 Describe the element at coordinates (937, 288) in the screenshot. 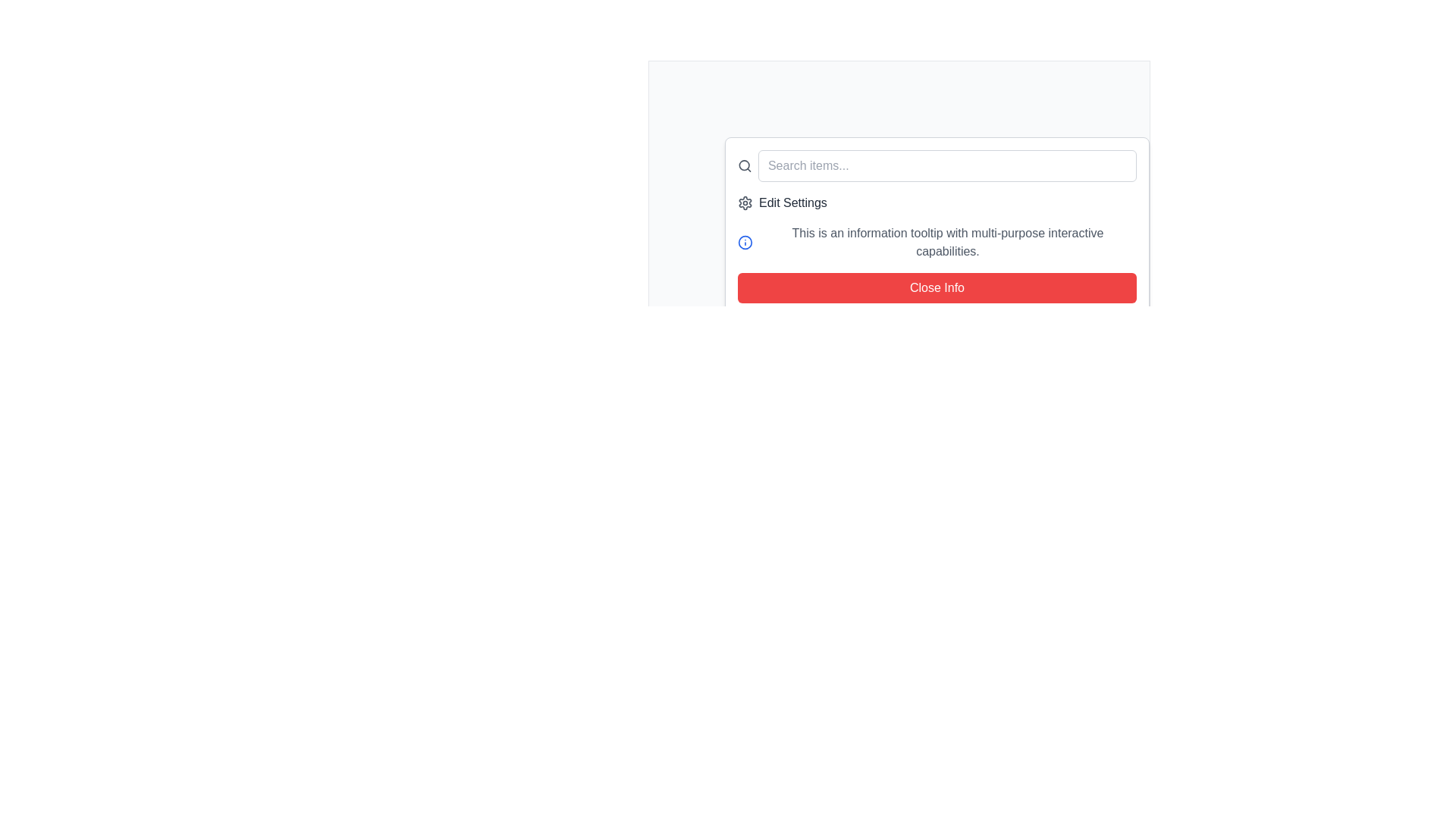

I see `the 'Close Info' button, which is a rectangular button with rounded corners, featuring a bright red background and bold white text, located at the bottom of the information panel` at that location.